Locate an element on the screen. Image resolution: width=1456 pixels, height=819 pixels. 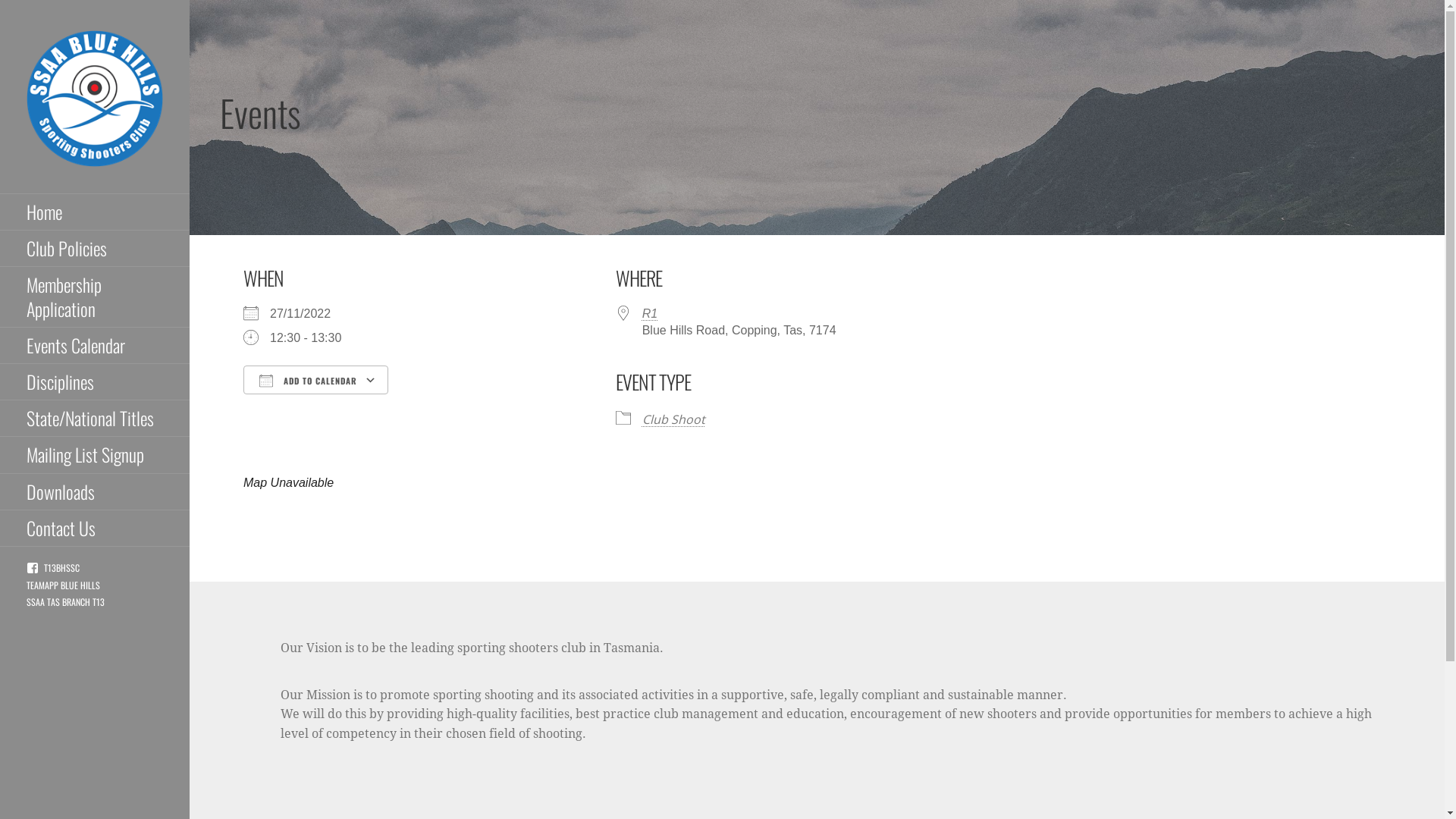
'T13BHSSC' is located at coordinates (53, 567).